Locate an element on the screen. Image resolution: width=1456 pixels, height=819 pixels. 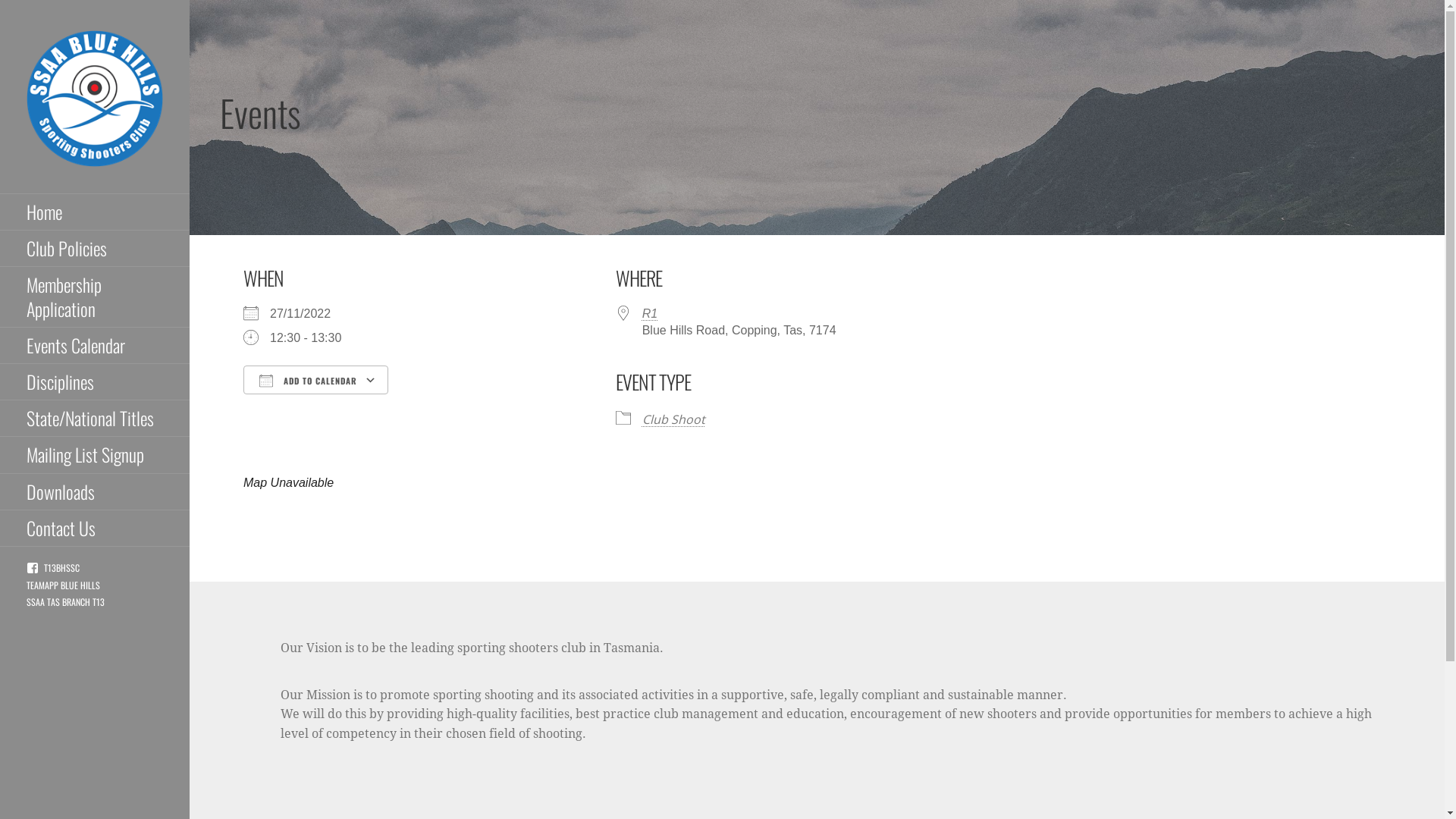
'T13BHSSC' is located at coordinates (53, 567).